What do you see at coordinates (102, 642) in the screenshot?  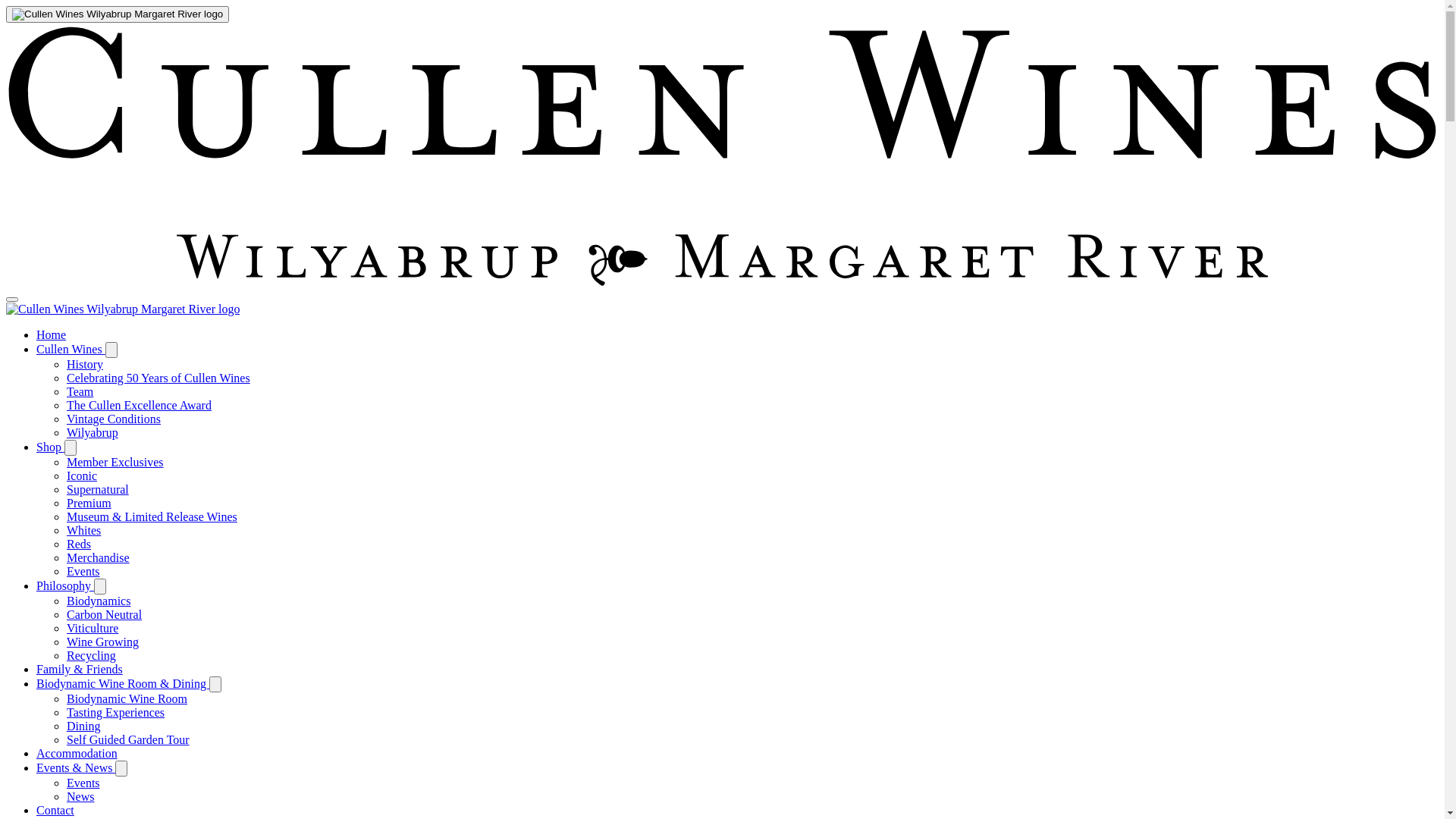 I see `'Wine Growing'` at bounding box center [102, 642].